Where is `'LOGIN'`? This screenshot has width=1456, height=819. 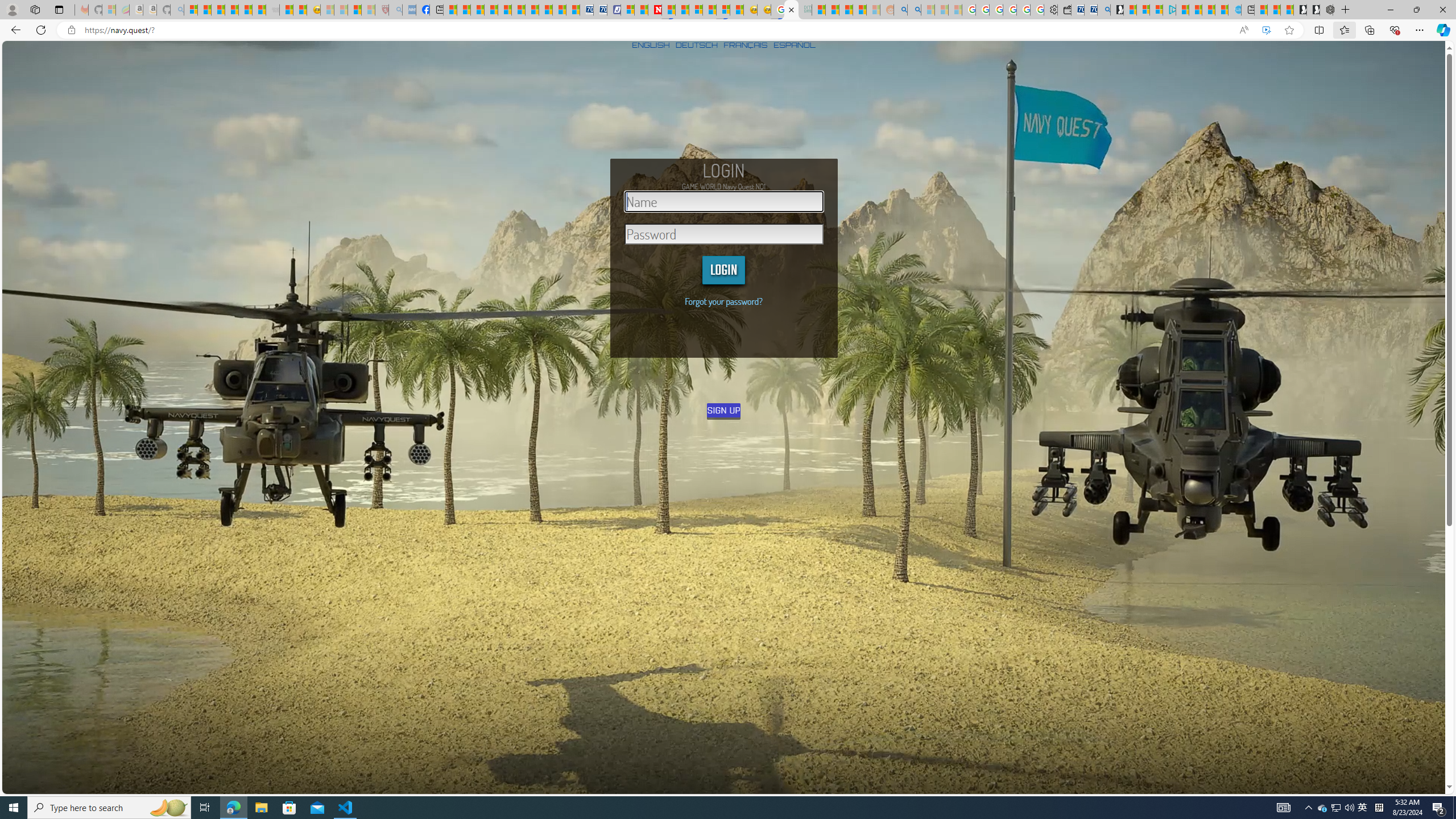 'LOGIN' is located at coordinates (723, 270).